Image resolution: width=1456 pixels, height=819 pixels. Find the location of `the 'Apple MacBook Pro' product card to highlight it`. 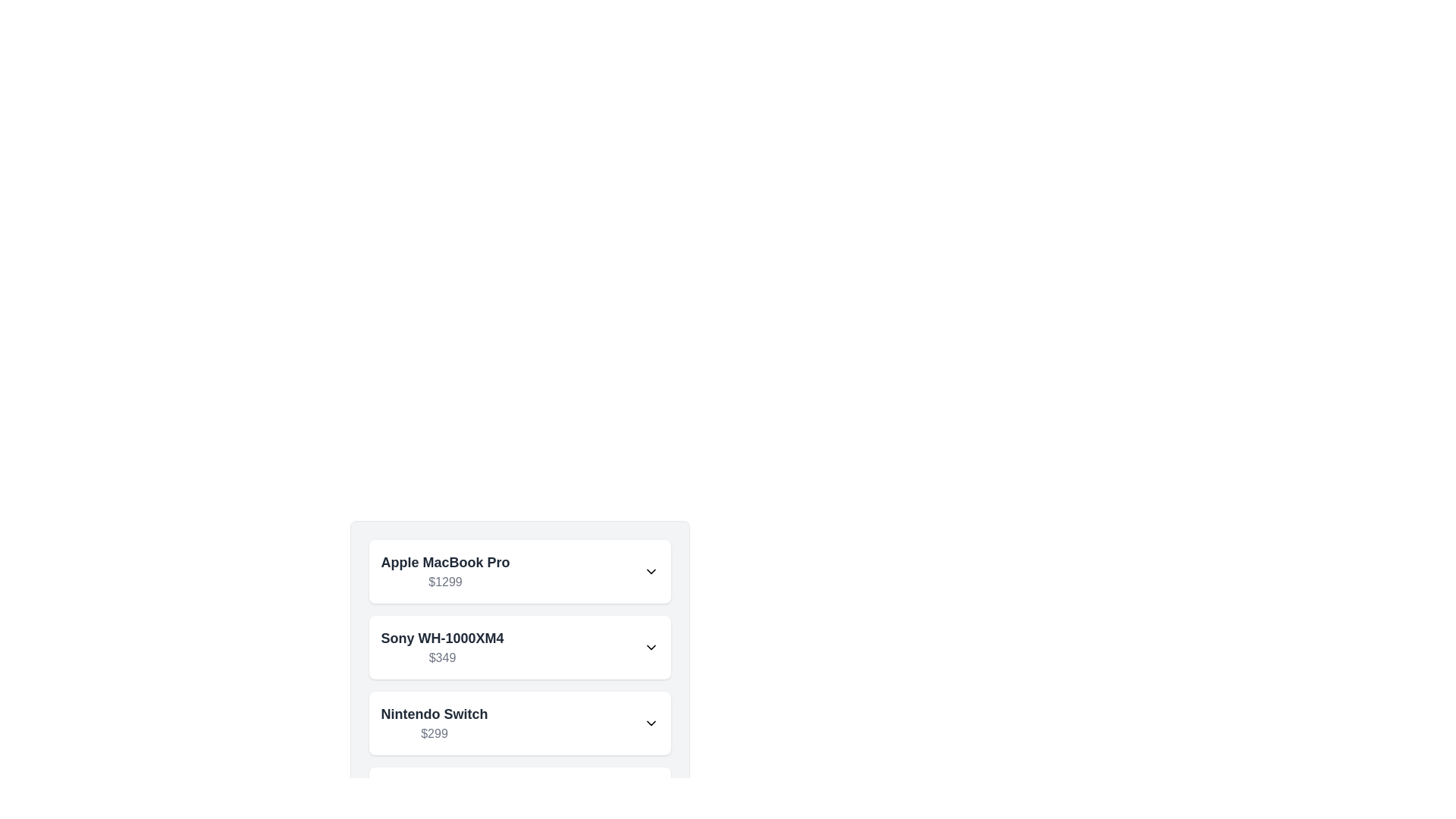

the 'Apple MacBook Pro' product card to highlight it is located at coordinates (519, 571).